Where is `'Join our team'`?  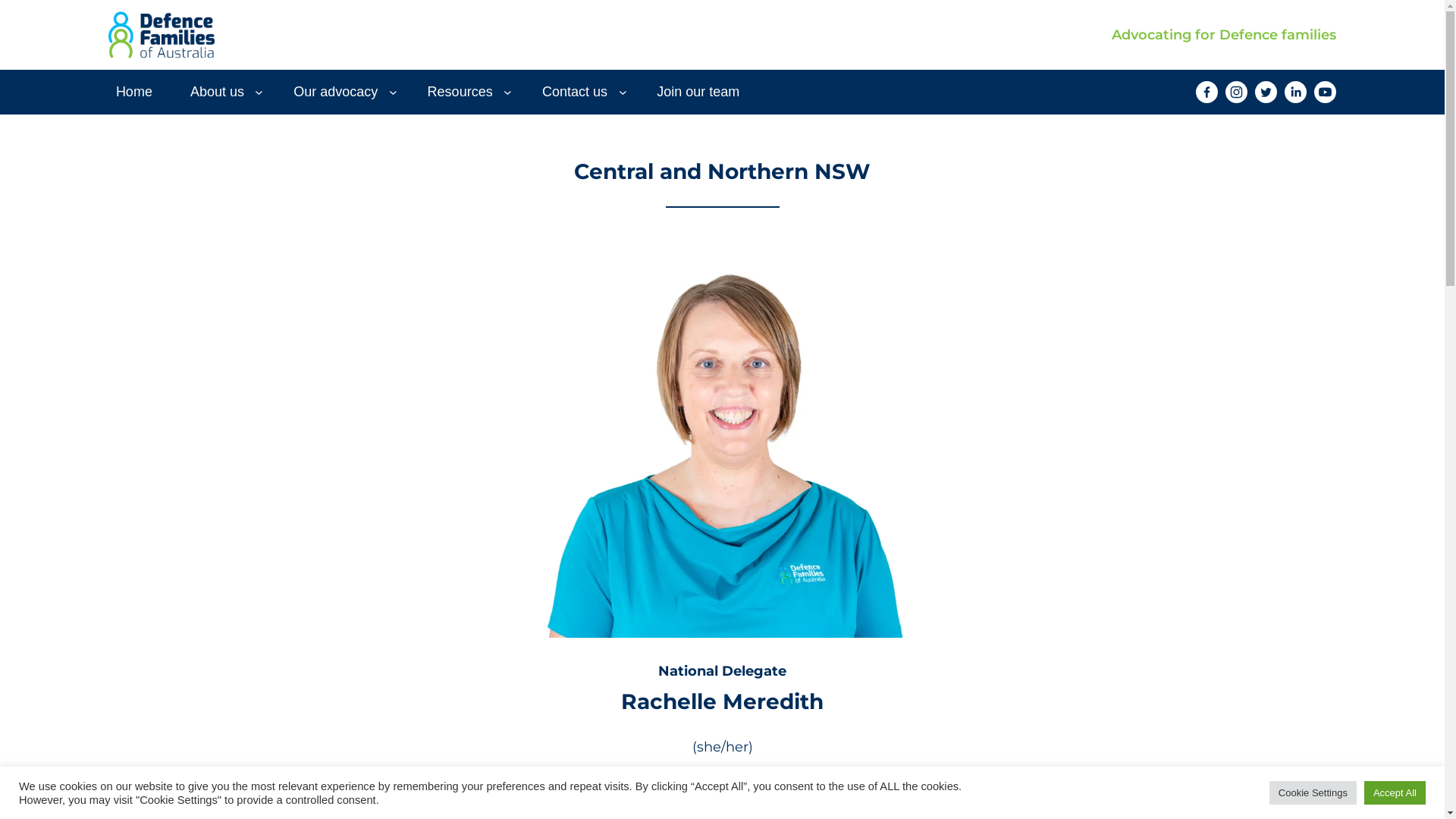
'Join our team' is located at coordinates (697, 92).